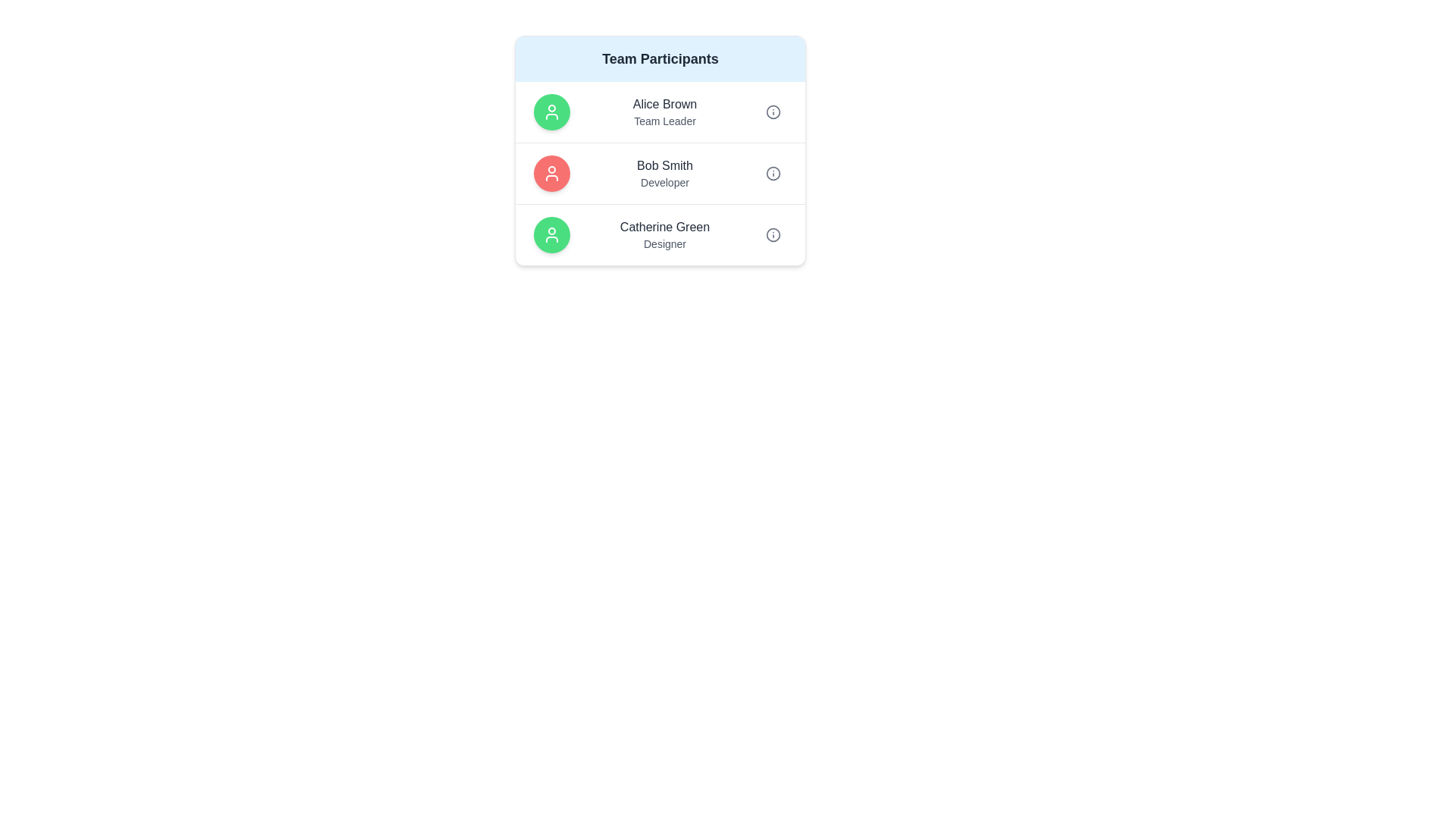  Describe the element at coordinates (551, 111) in the screenshot. I see `the Avatar icon representing Alice Brown, the Team Leader` at that location.